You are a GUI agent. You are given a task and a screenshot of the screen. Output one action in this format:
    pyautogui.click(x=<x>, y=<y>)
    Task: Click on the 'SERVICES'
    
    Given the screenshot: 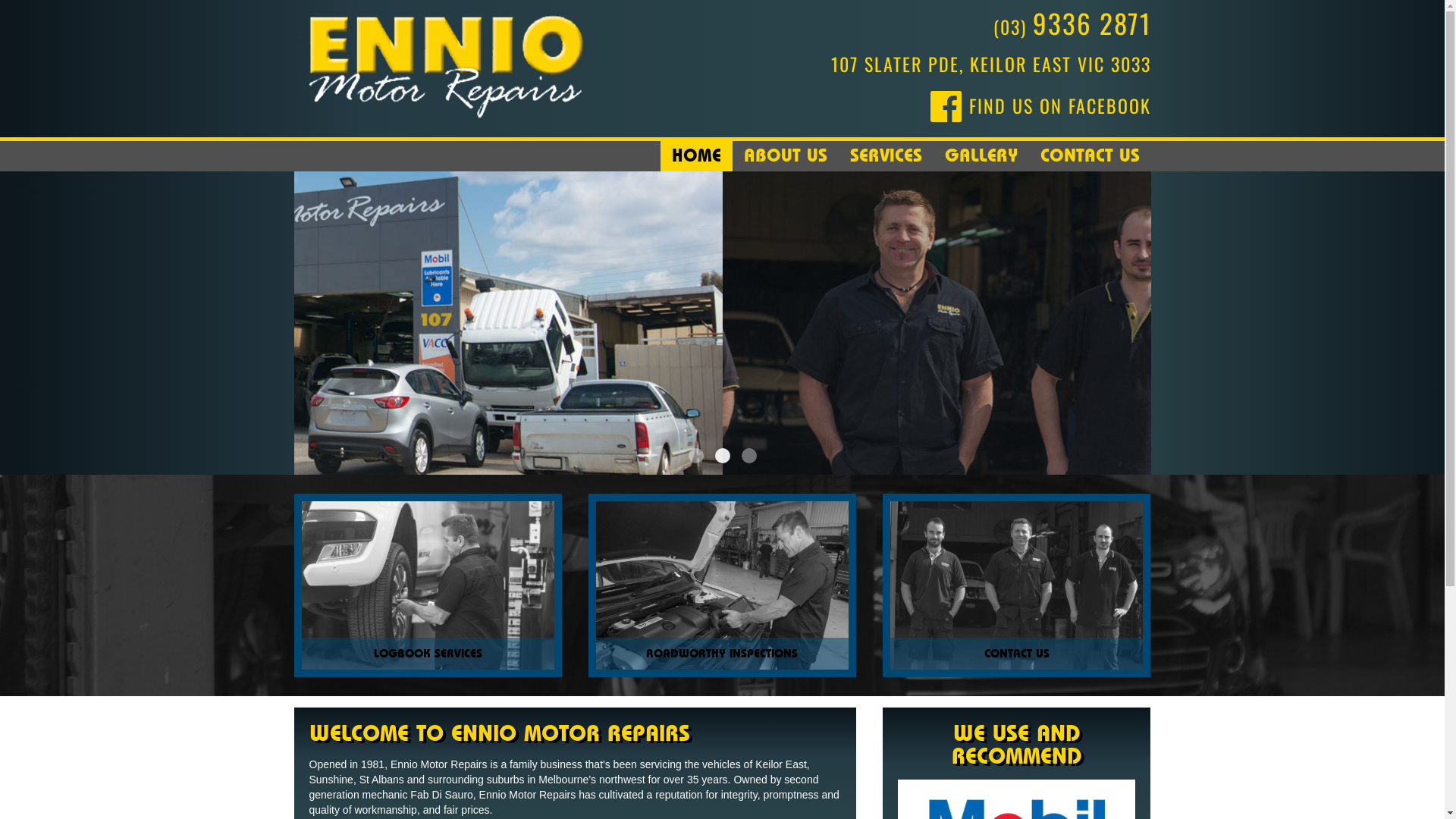 What is the action you would take?
    pyautogui.click(x=886, y=155)
    